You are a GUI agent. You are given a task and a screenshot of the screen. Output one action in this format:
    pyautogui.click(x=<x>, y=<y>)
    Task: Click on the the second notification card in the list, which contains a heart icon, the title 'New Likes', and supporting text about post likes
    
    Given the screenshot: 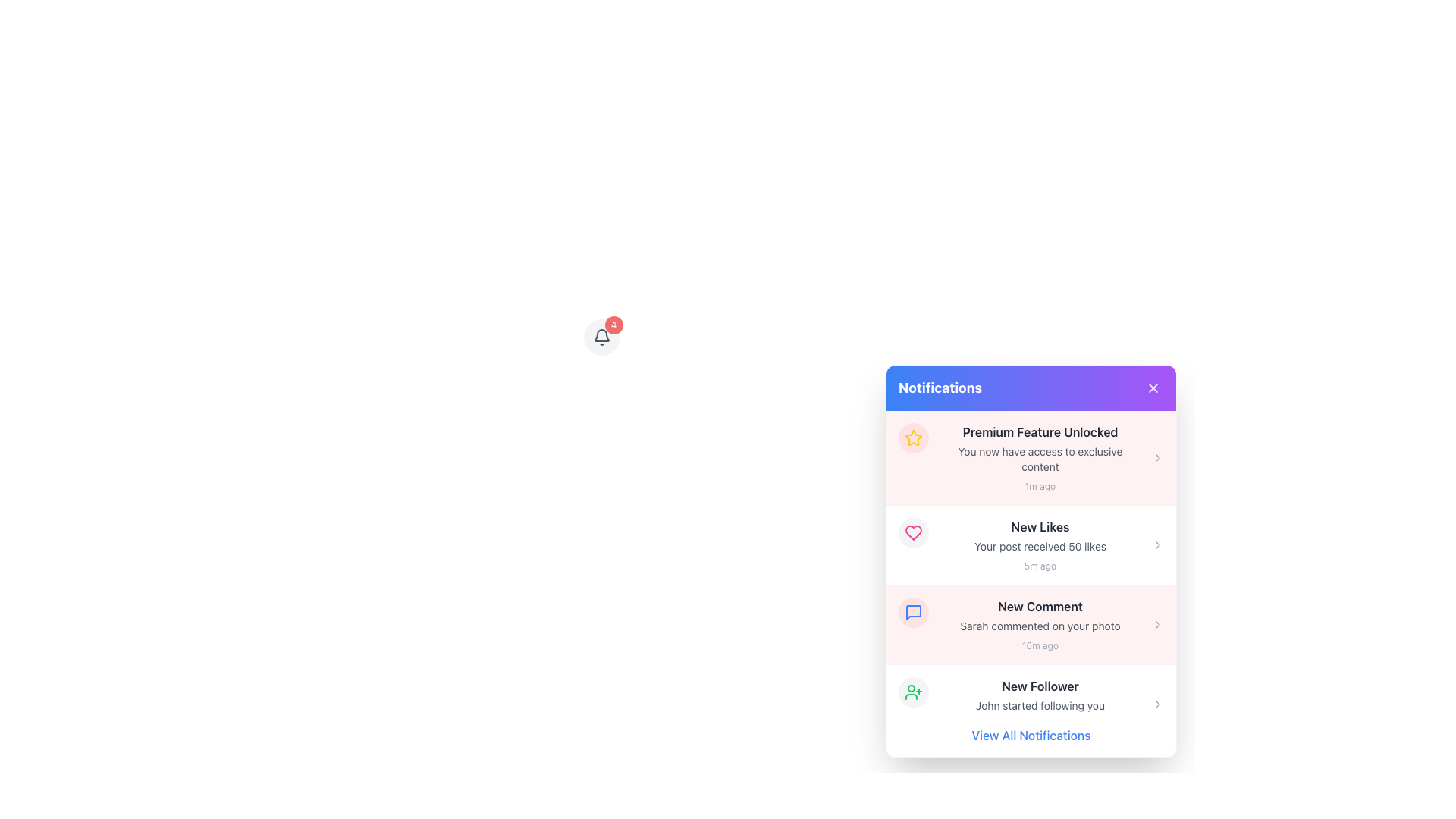 What is the action you would take?
    pyautogui.click(x=1031, y=544)
    